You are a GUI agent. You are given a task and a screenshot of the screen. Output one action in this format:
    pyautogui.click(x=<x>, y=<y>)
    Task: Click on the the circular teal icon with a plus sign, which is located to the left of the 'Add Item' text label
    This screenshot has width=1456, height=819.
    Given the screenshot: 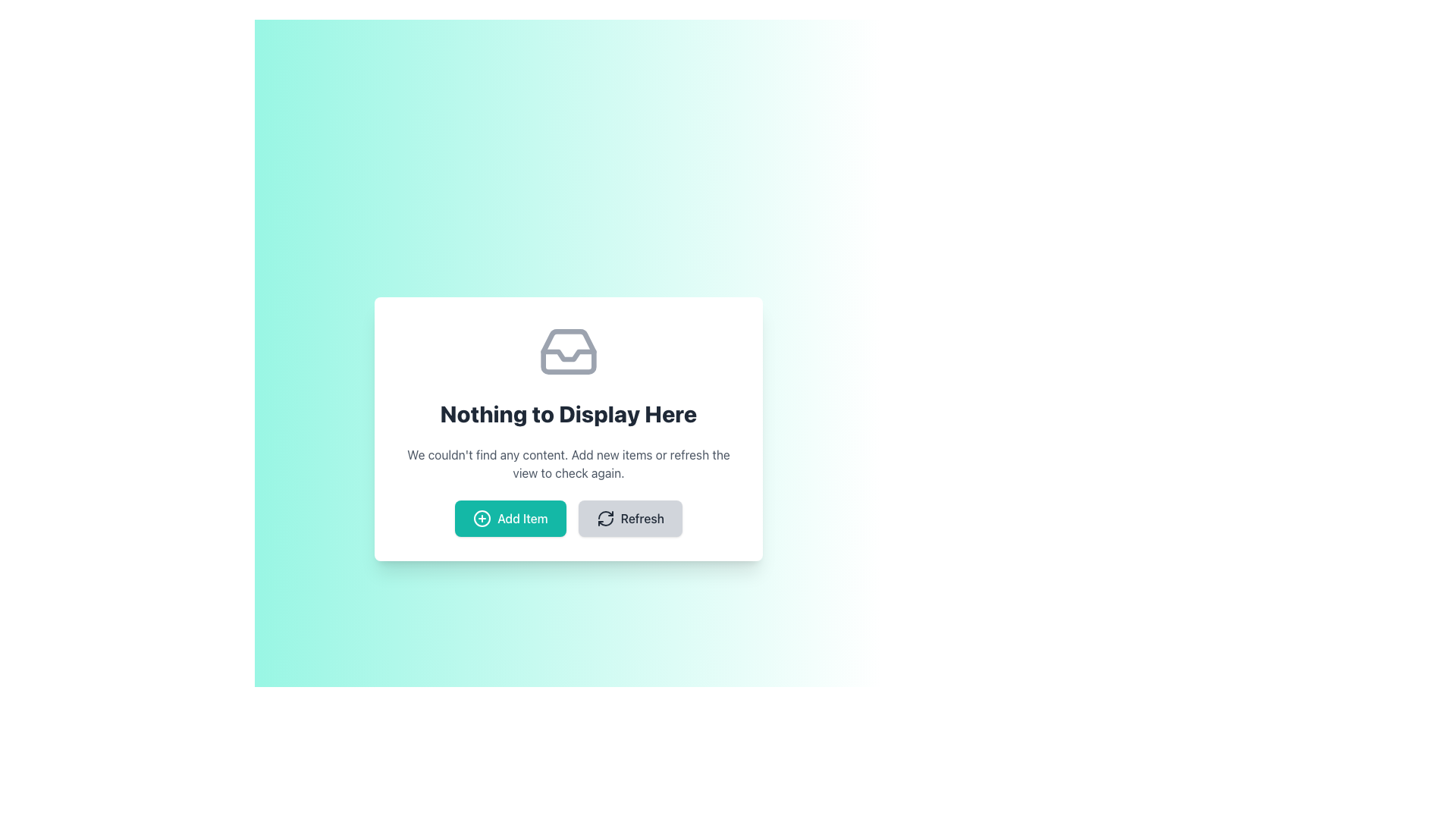 What is the action you would take?
    pyautogui.click(x=482, y=517)
    